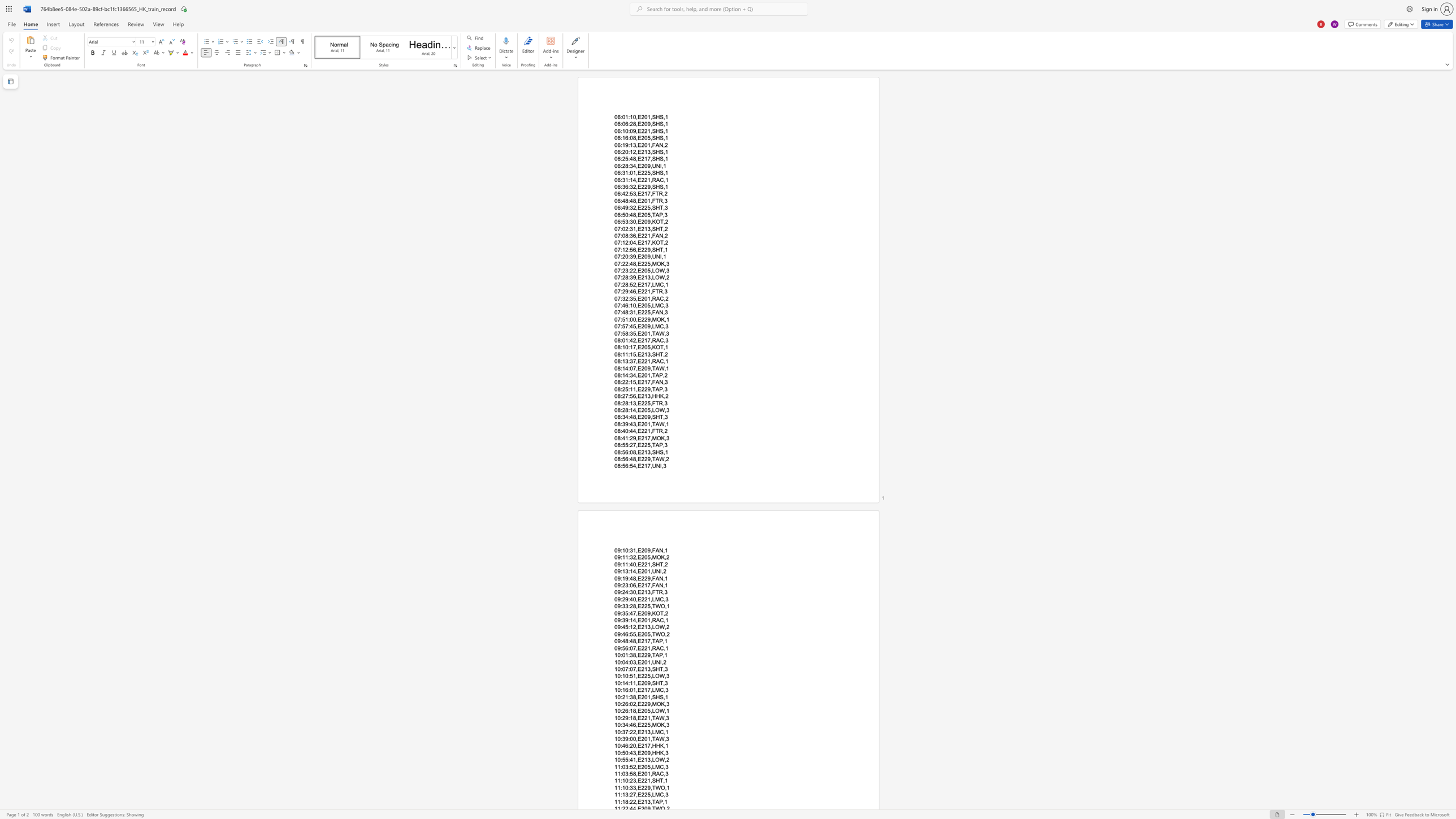 The height and width of the screenshot is (819, 1456). Describe the element at coordinates (649, 179) in the screenshot. I see `the space between the continuous character "1" and "," in the text` at that location.